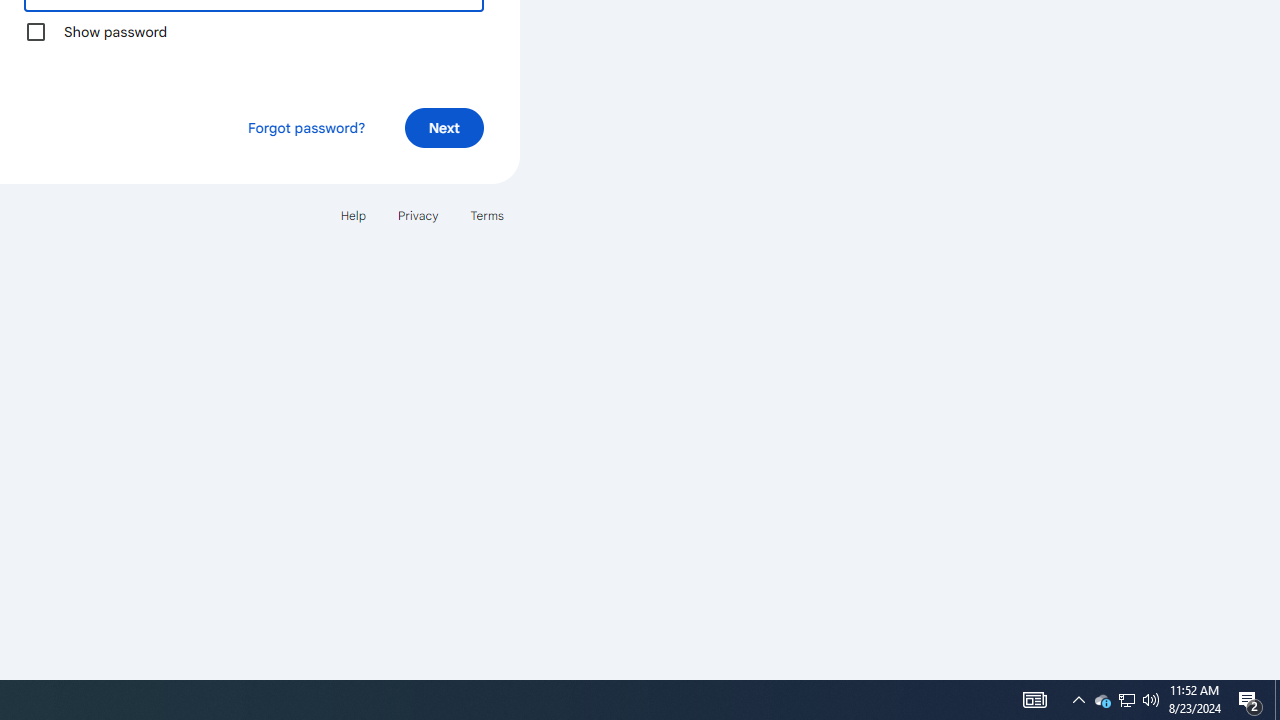 This screenshot has height=720, width=1280. I want to click on 'Help', so click(352, 215).